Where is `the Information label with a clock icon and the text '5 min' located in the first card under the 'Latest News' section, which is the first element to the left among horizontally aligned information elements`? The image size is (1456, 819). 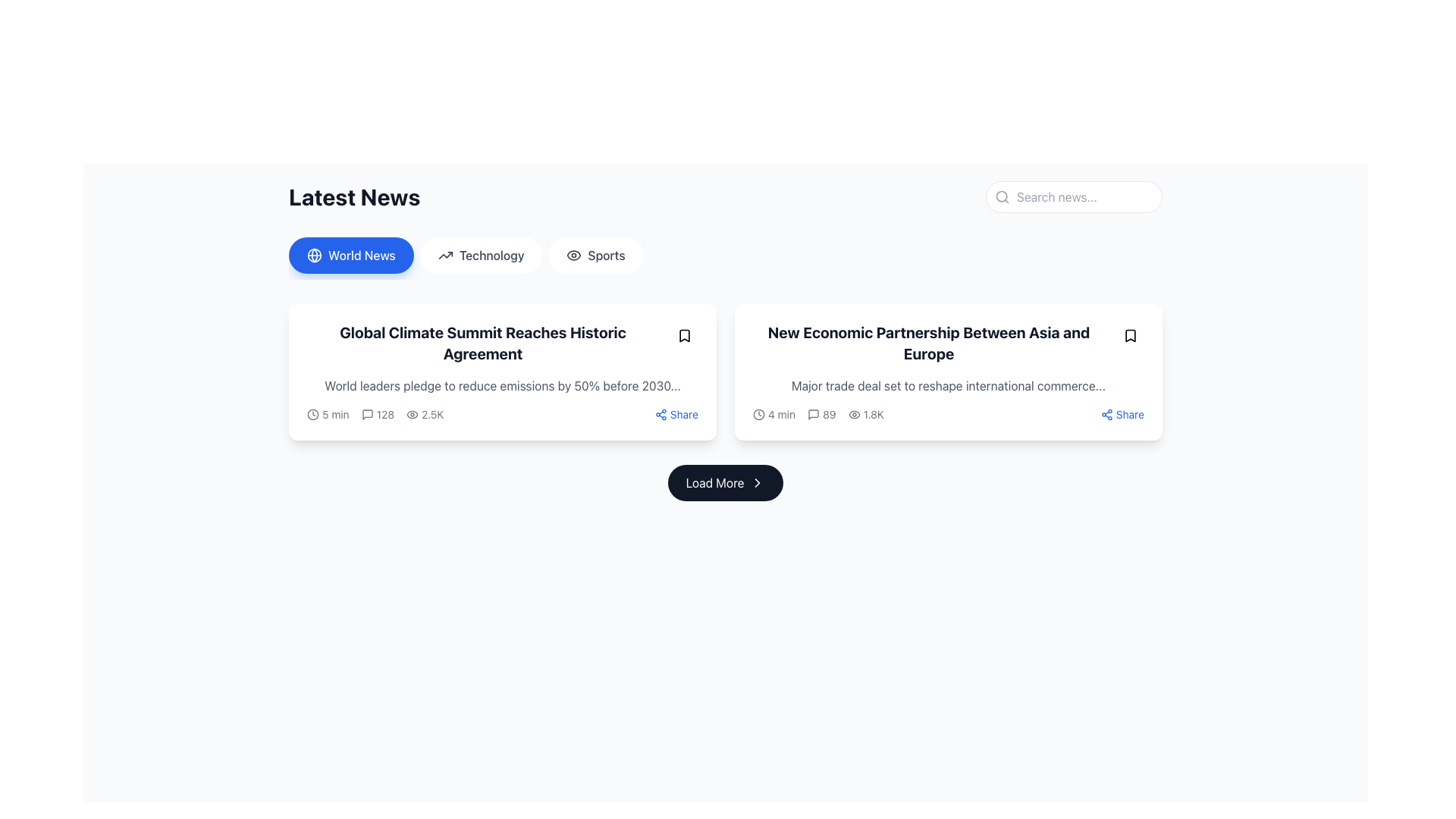 the Information label with a clock icon and the text '5 min' located in the first card under the 'Latest News' section, which is the first element to the left among horizontally aligned information elements is located at coordinates (327, 415).